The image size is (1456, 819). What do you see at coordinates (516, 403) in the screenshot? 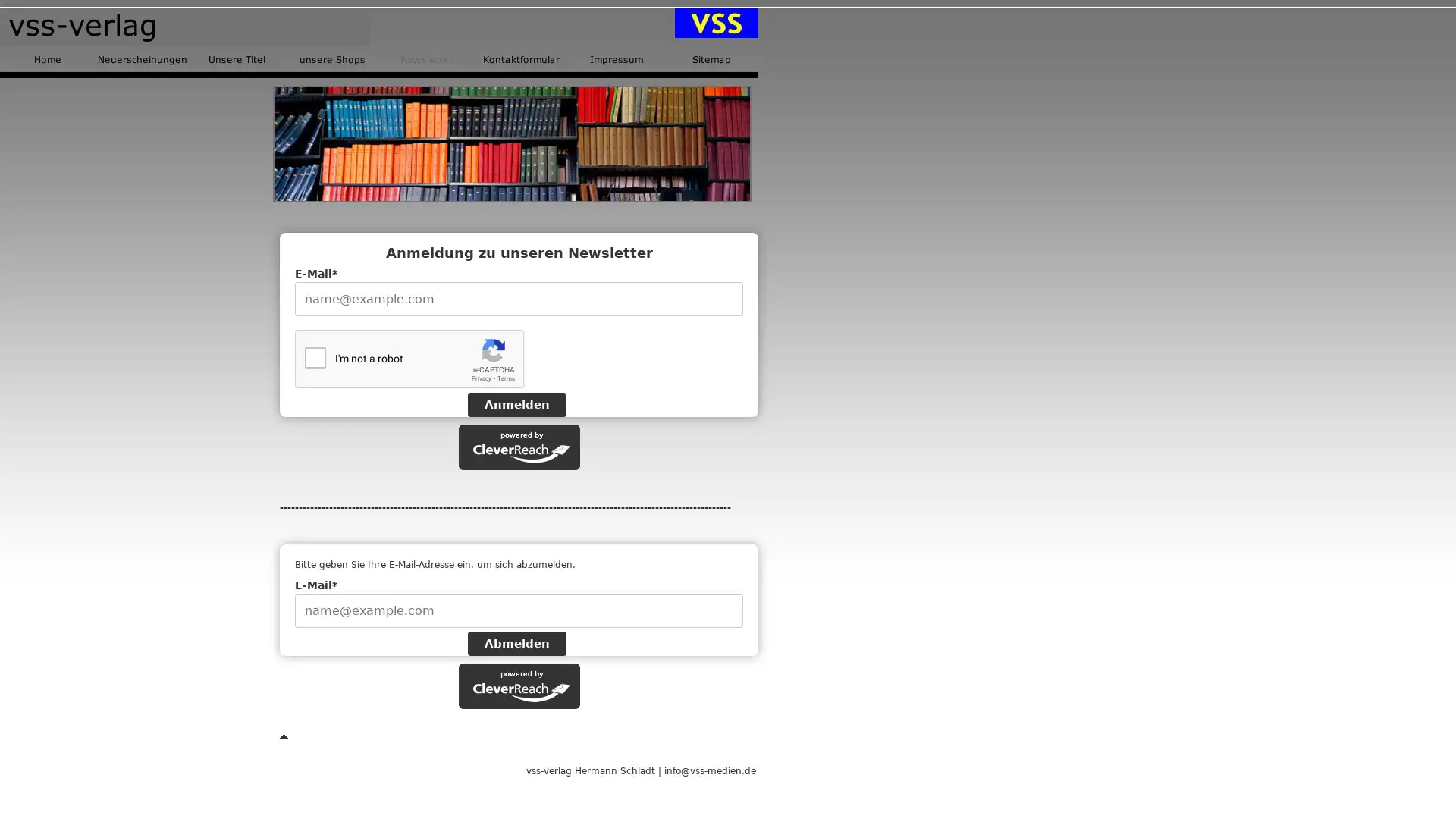
I see `Anmelden` at bounding box center [516, 403].